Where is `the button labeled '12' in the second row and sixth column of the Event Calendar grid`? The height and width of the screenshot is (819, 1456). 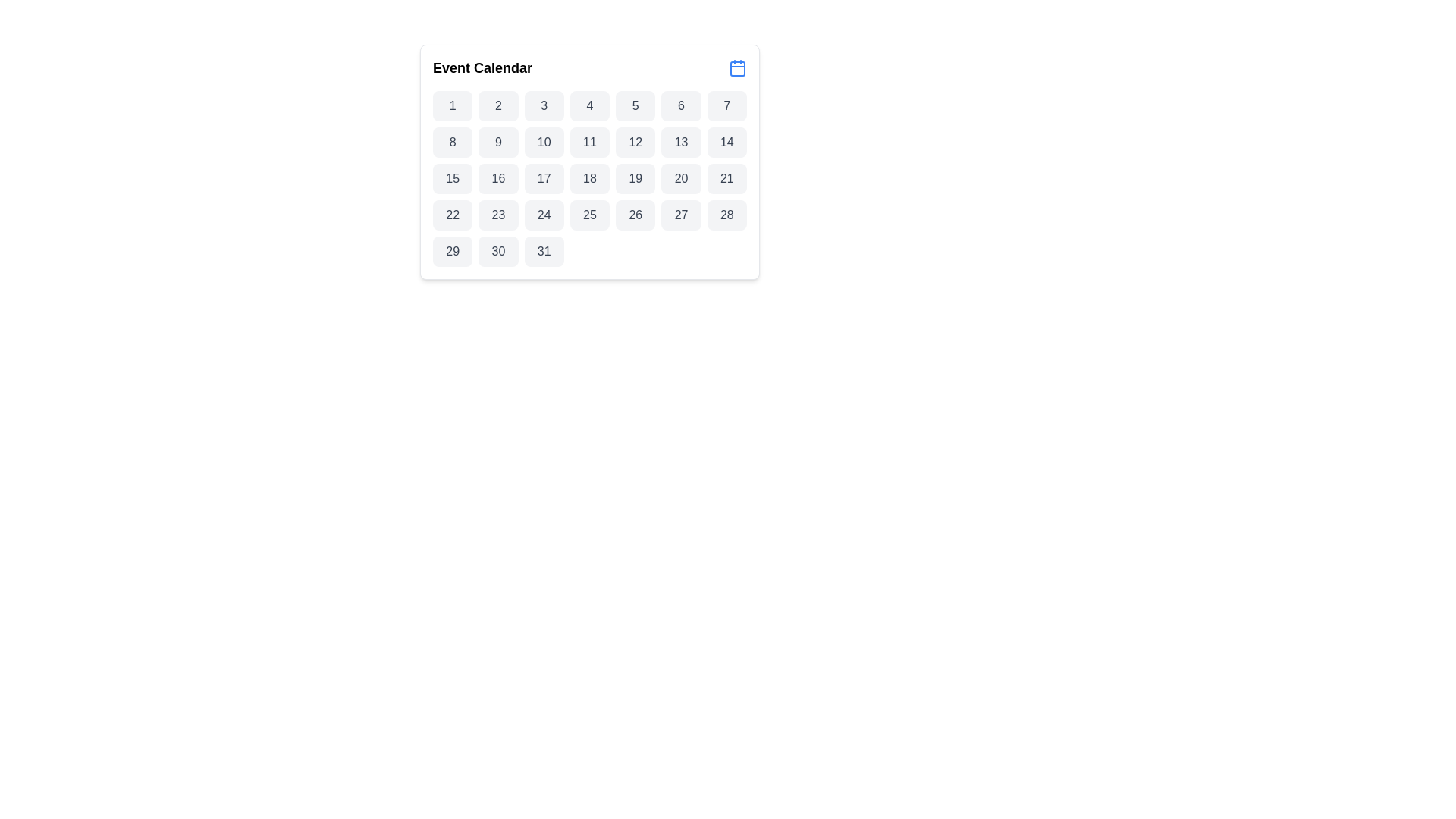
the button labeled '12' in the second row and sixth column of the Event Calendar grid is located at coordinates (635, 143).